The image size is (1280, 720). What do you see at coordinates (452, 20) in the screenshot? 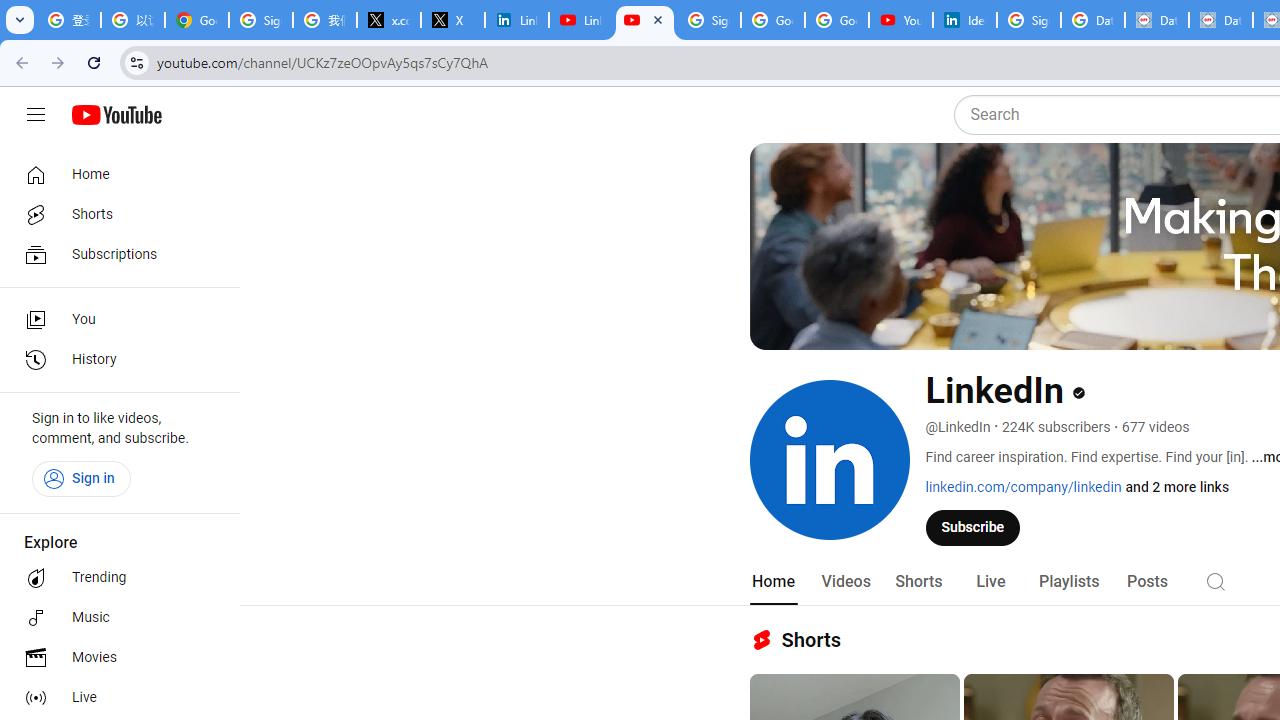
I see `'X'` at bounding box center [452, 20].